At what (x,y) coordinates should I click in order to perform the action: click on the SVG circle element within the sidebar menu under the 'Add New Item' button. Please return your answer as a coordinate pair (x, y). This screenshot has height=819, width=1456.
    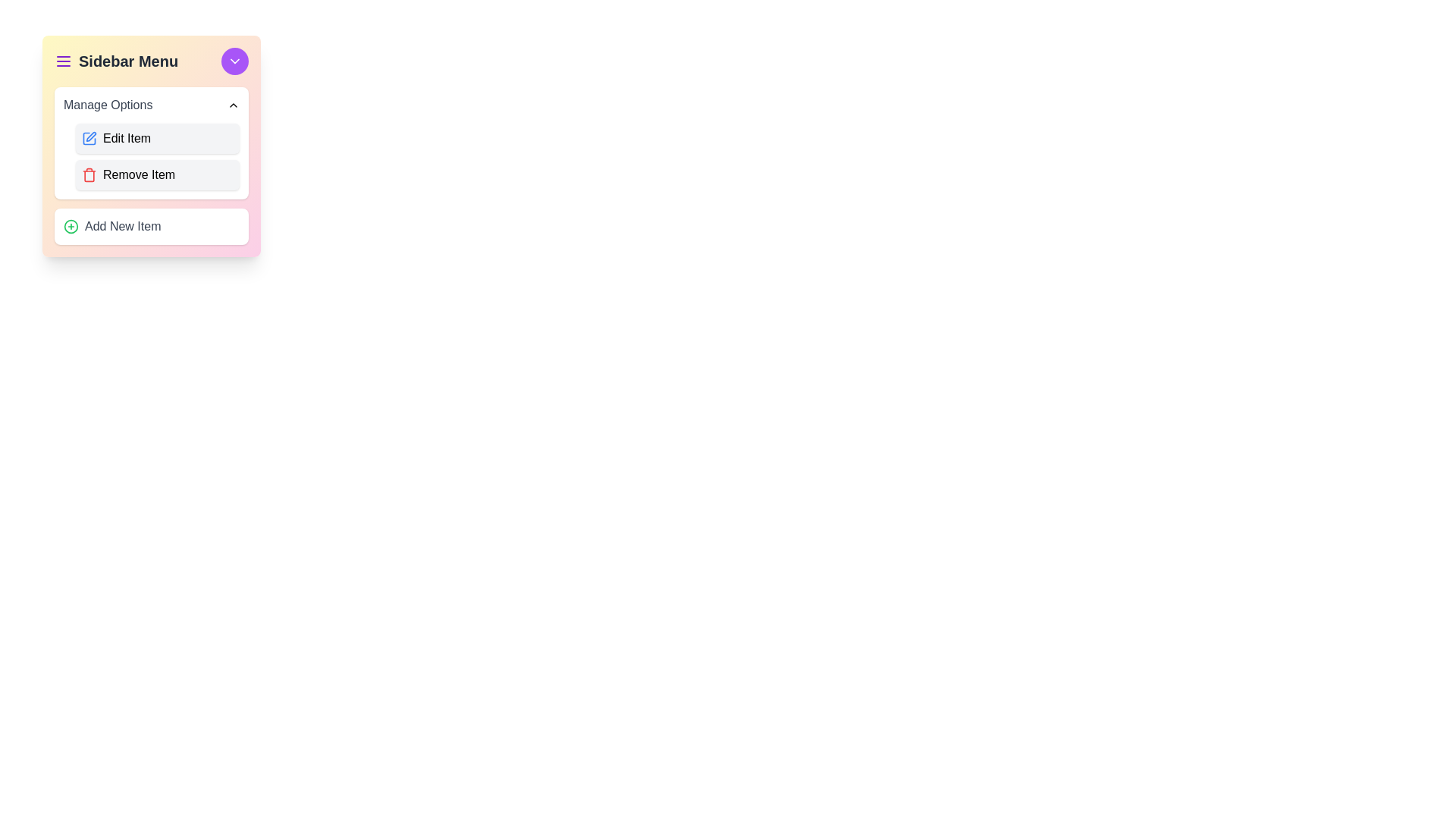
    Looking at the image, I should click on (71, 227).